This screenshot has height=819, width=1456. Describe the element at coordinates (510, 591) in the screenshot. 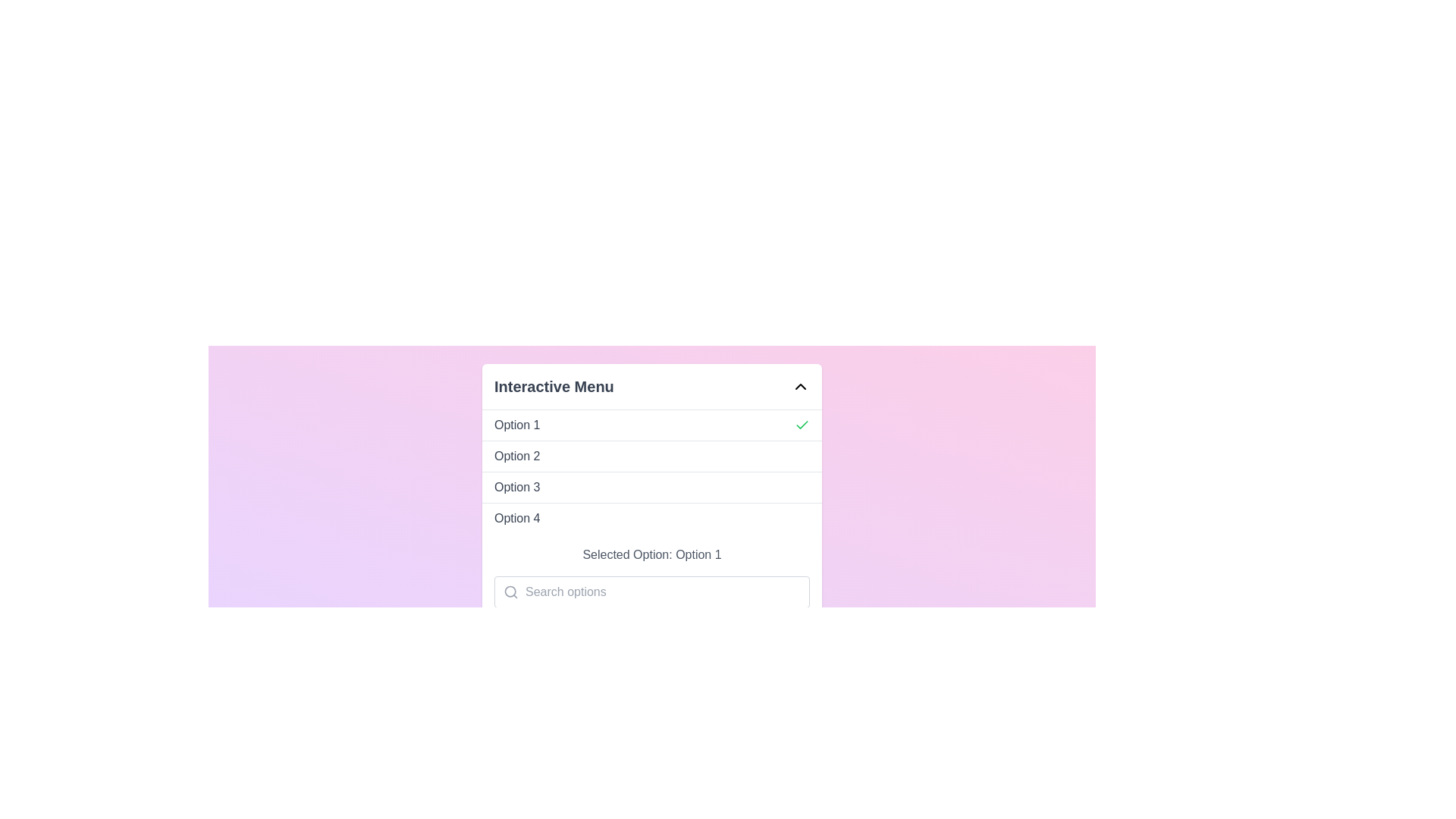

I see `the magnifying glass icon located in the left corner of the search bar to initiate the search` at that location.